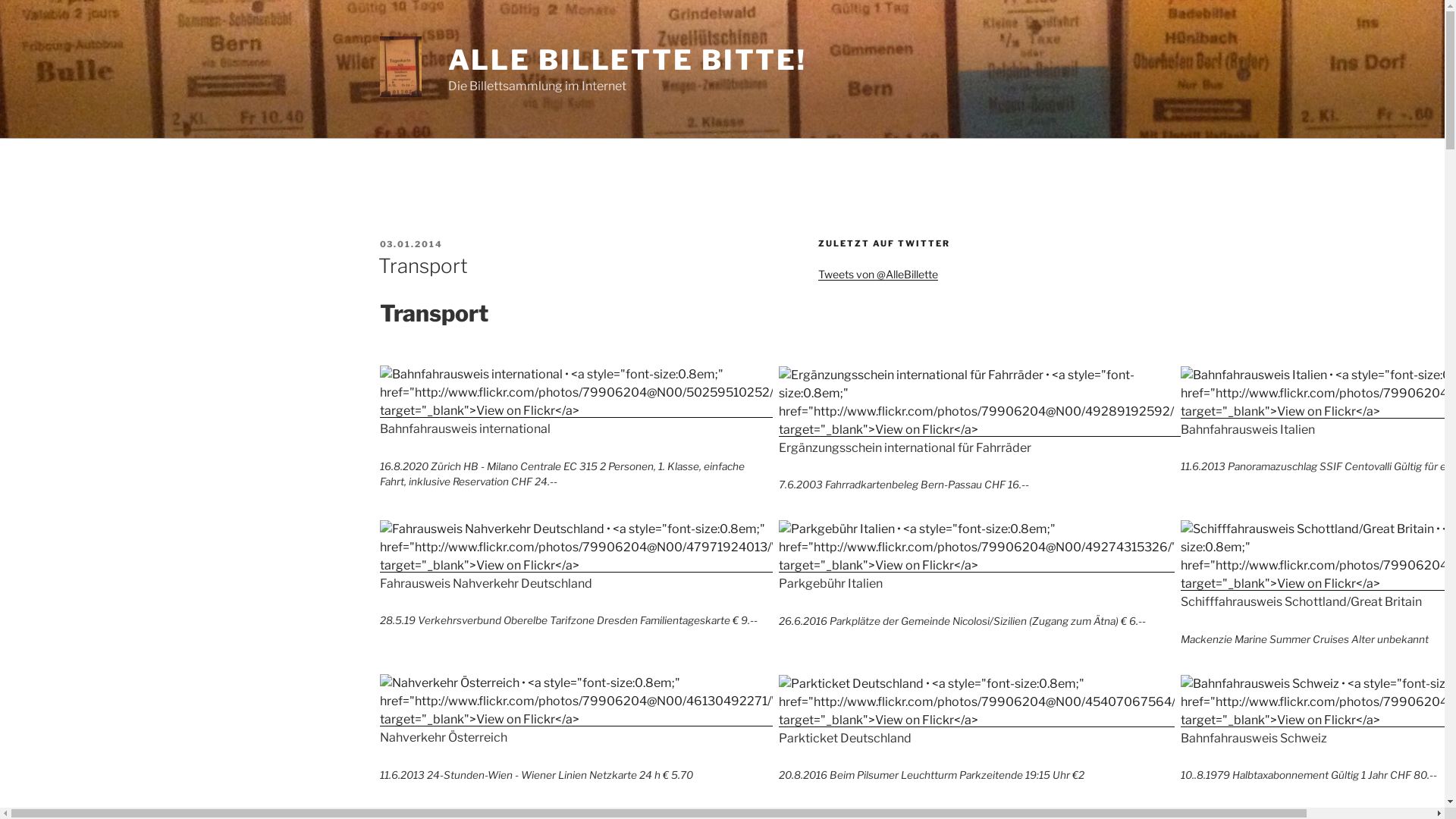  What do you see at coordinates (979, 701) in the screenshot?
I see `'Parkticket Deutschland'` at bounding box center [979, 701].